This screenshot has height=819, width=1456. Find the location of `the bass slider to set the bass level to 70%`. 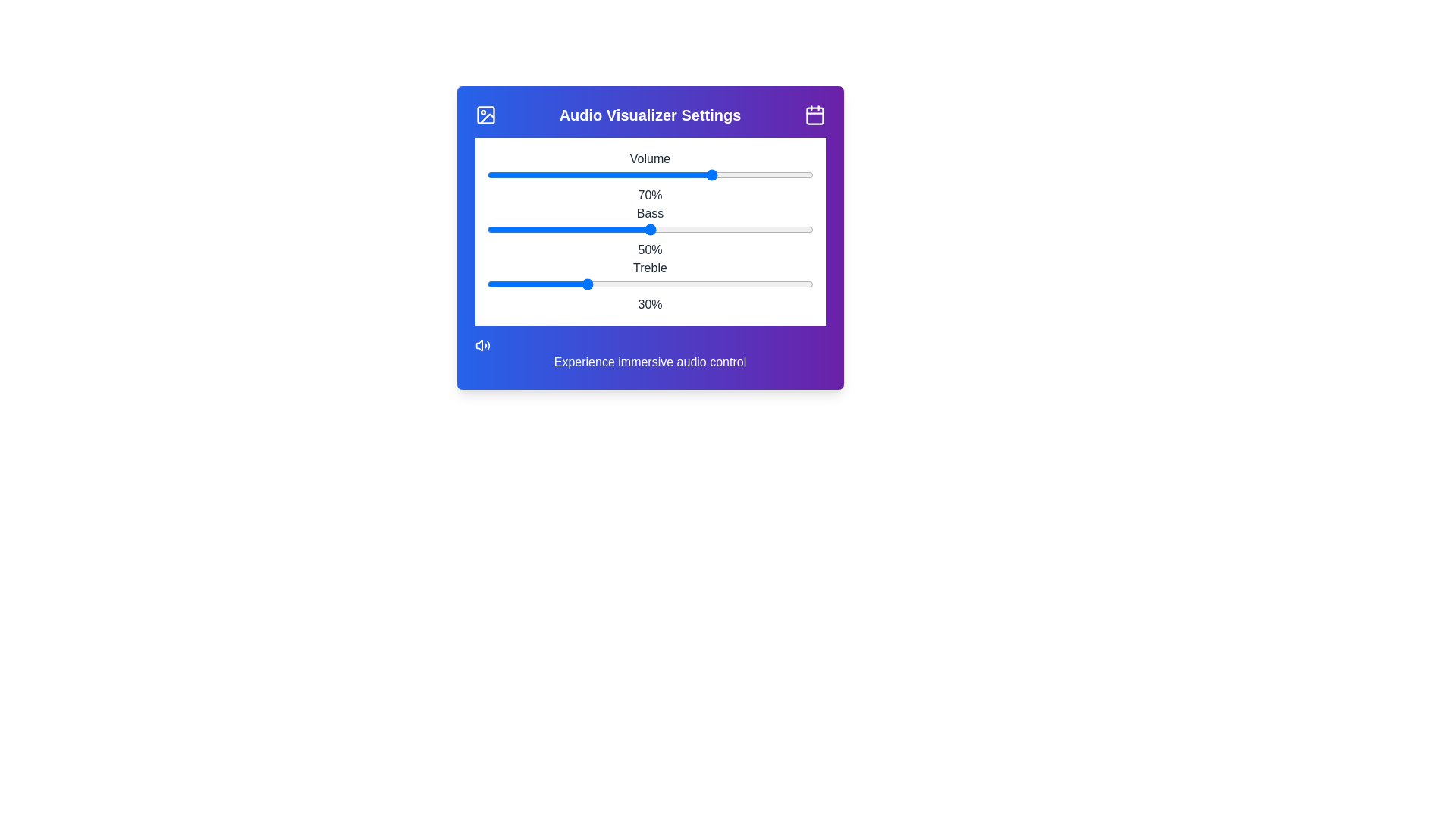

the bass slider to set the bass level to 70% is located at coordinates (714, 230).